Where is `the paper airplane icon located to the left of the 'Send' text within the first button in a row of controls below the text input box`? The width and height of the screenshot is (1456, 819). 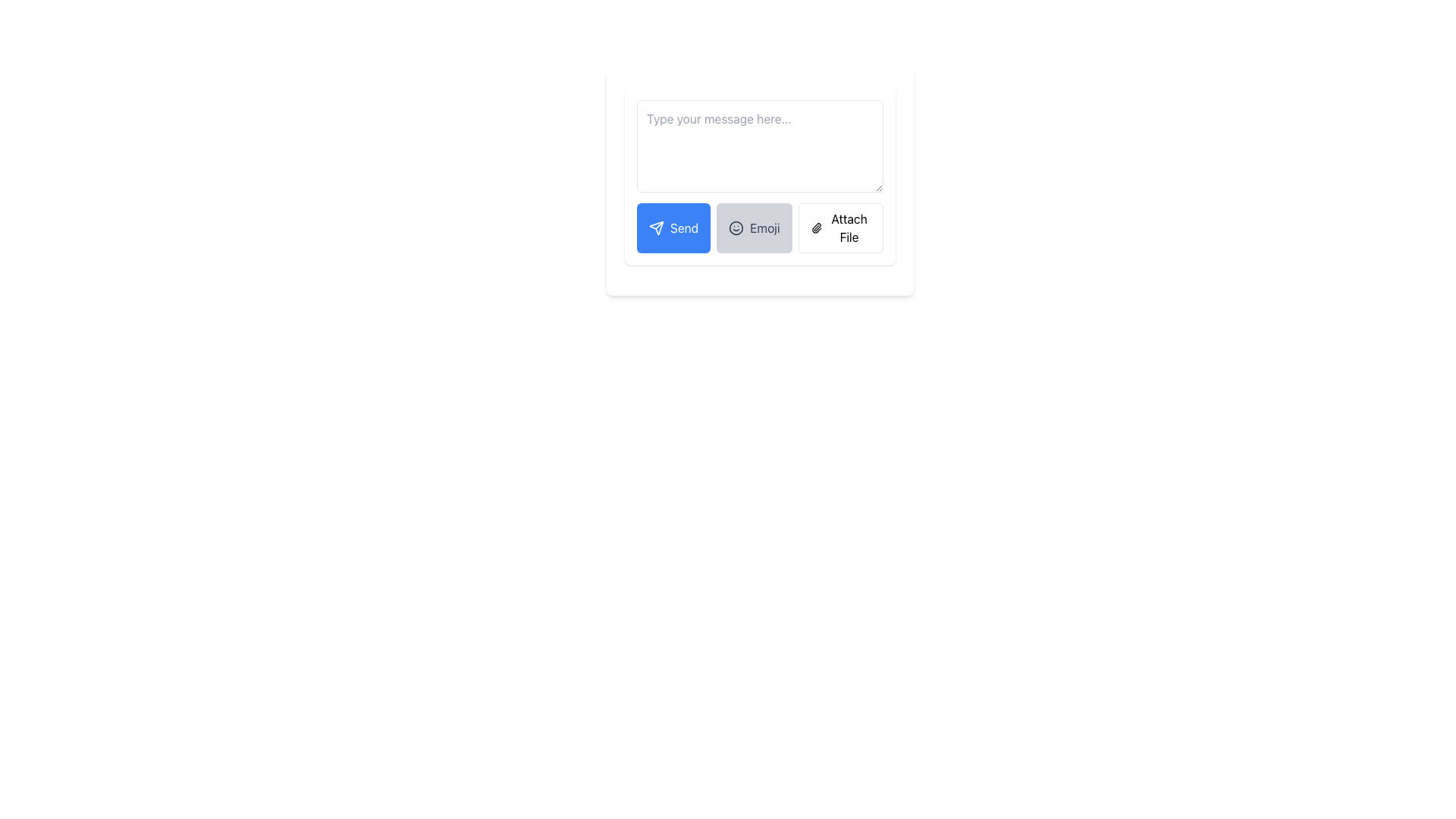 the paper airplane icon located to the left of the 'Send' text within the first button in a row of controls below the text input box is located at coordinates (656, 227).